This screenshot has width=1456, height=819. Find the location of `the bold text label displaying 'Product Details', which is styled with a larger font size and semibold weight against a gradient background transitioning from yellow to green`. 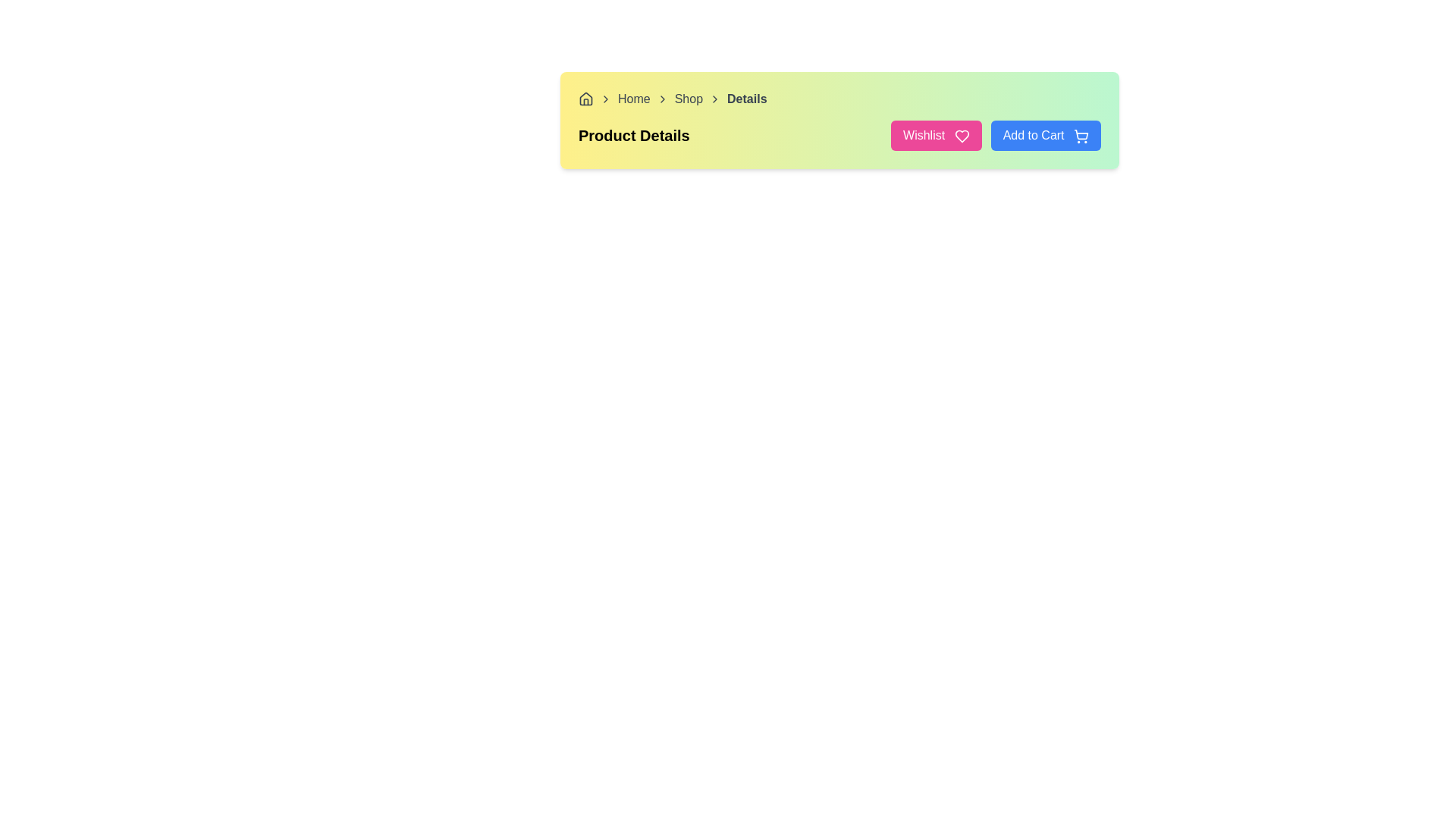

the bold text label displaying 'Product Details', which is styled with a larger font size and semibold weight against a gradient background transitioning from yellow to green is located at coordinates (634, 134).